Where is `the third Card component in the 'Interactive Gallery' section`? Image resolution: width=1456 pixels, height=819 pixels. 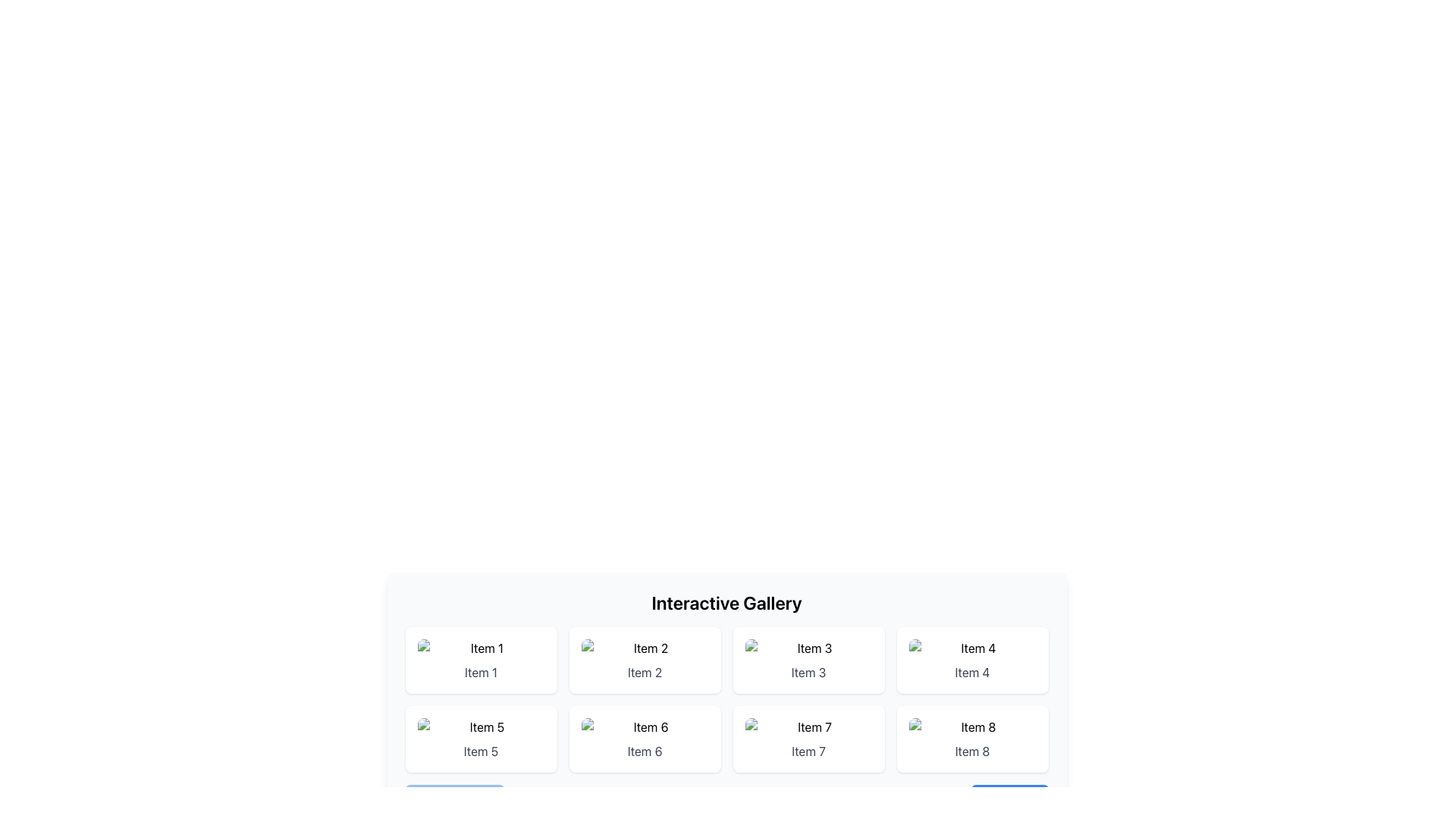 the third Card component in the 'Interactive Gallery' section is located at coordinates (808, 660).